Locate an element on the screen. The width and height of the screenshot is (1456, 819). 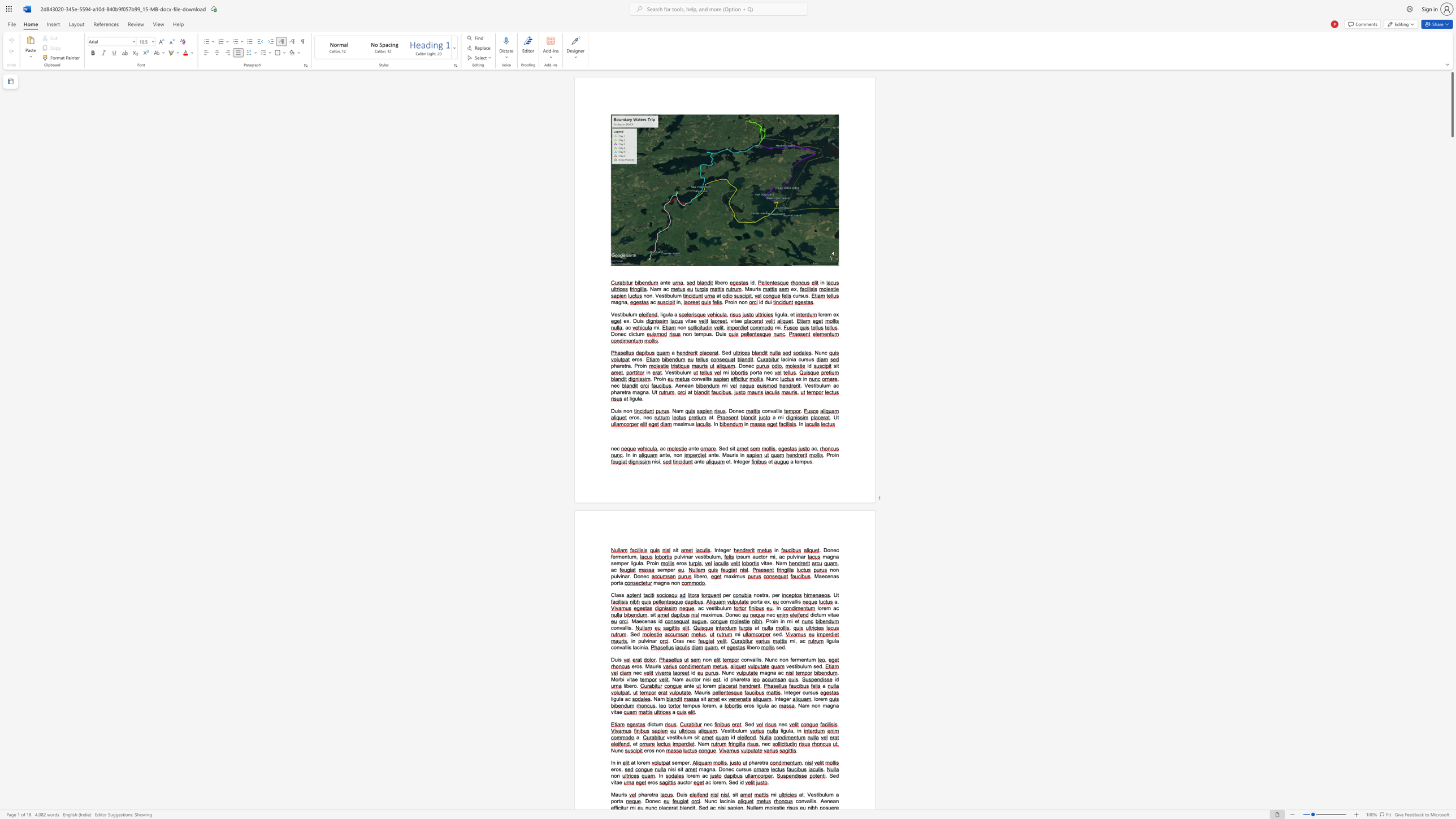
the 1th character "a" in the text is located at coordinates (774, 410).